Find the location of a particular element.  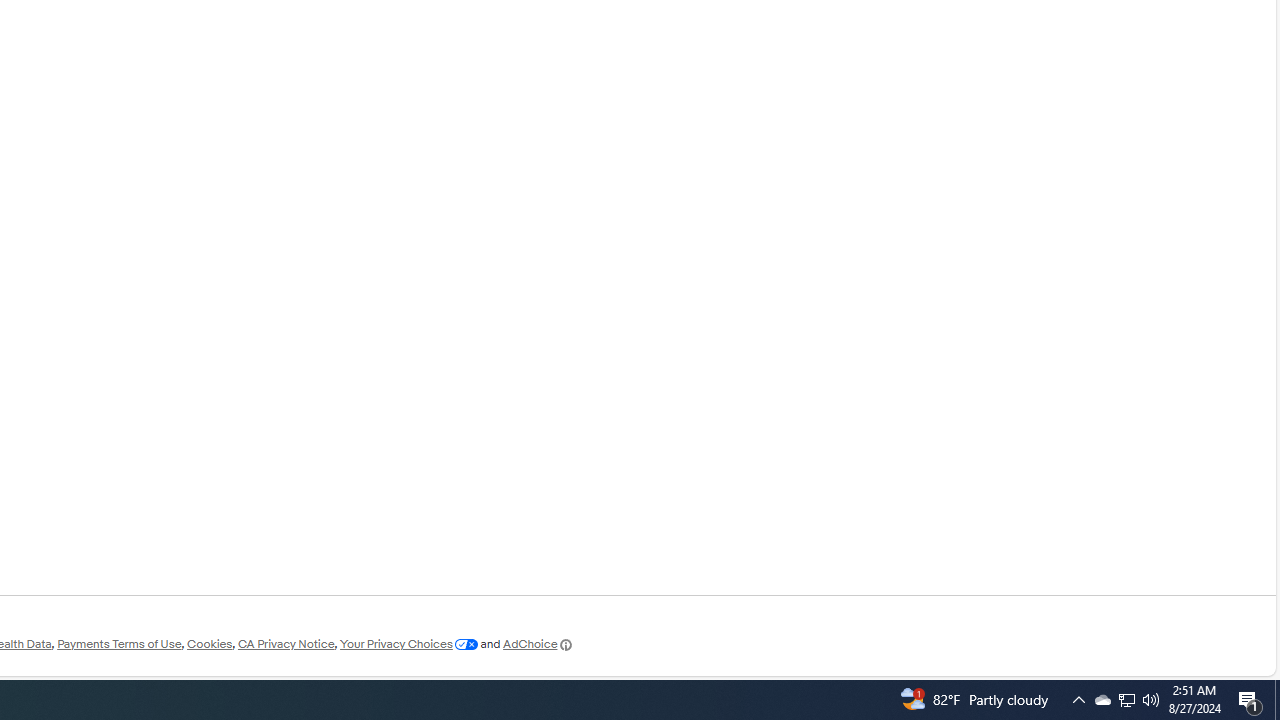

'AdChoice' is located at coordinates (538, 644).